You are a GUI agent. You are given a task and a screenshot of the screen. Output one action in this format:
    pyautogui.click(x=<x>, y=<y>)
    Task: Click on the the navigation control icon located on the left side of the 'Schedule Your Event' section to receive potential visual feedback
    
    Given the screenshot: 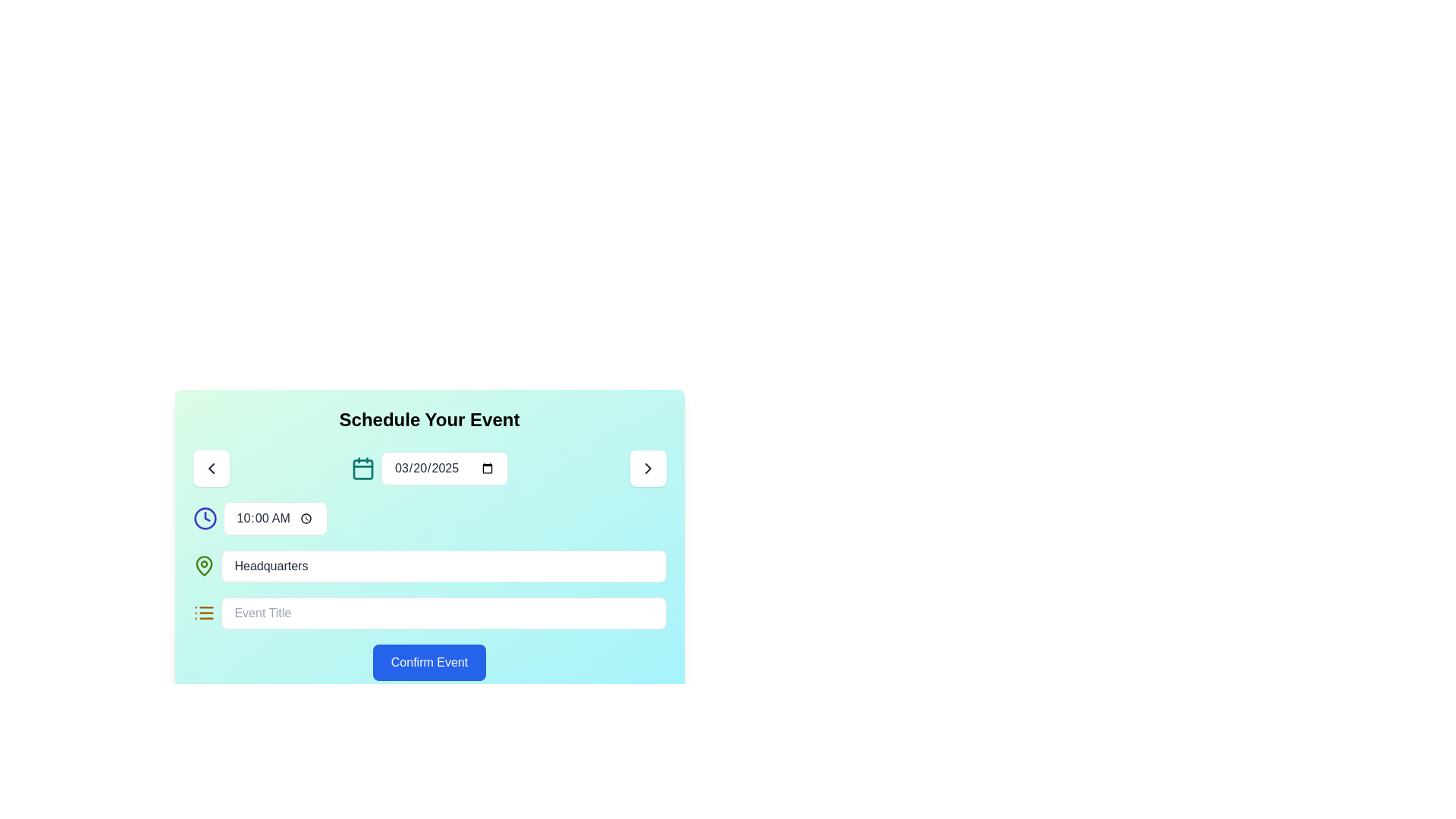 What is the action you would take?
    pyautogui.click(x=210, y=467)
    